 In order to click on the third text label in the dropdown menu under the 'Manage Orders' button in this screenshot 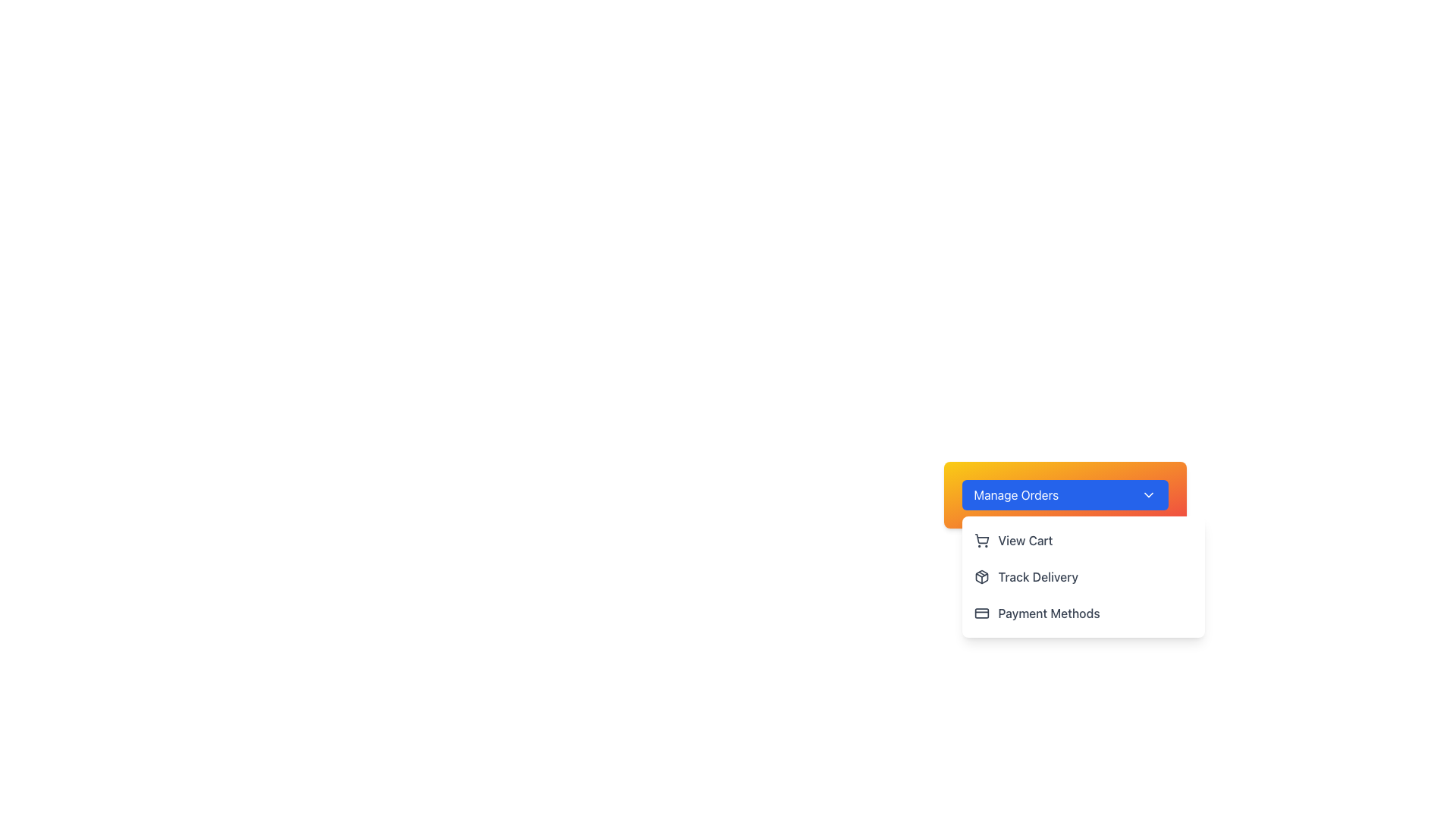, I will do `click(1048, 613)`.